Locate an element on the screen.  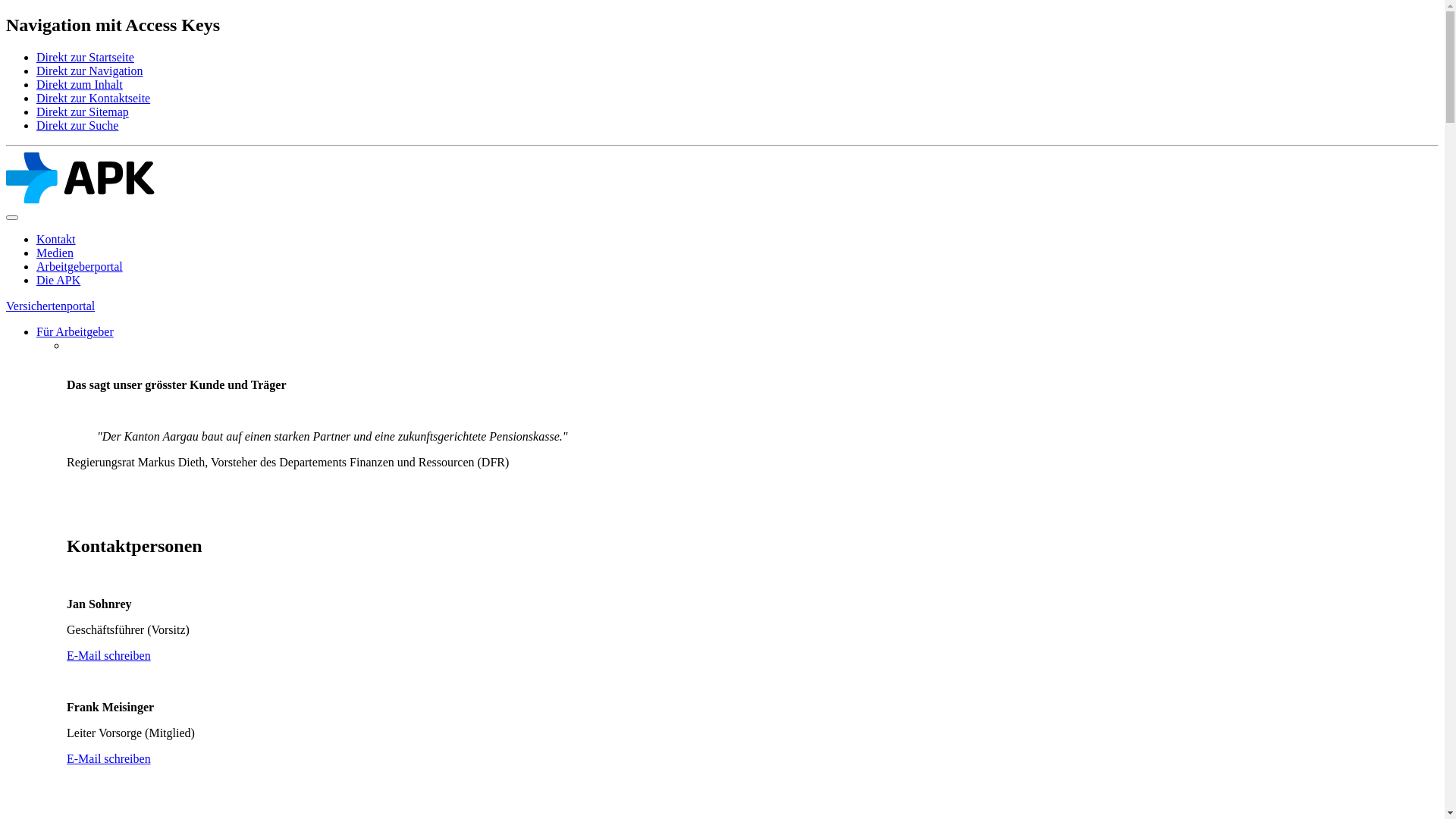
' ' is located at coordinates (67, 513).